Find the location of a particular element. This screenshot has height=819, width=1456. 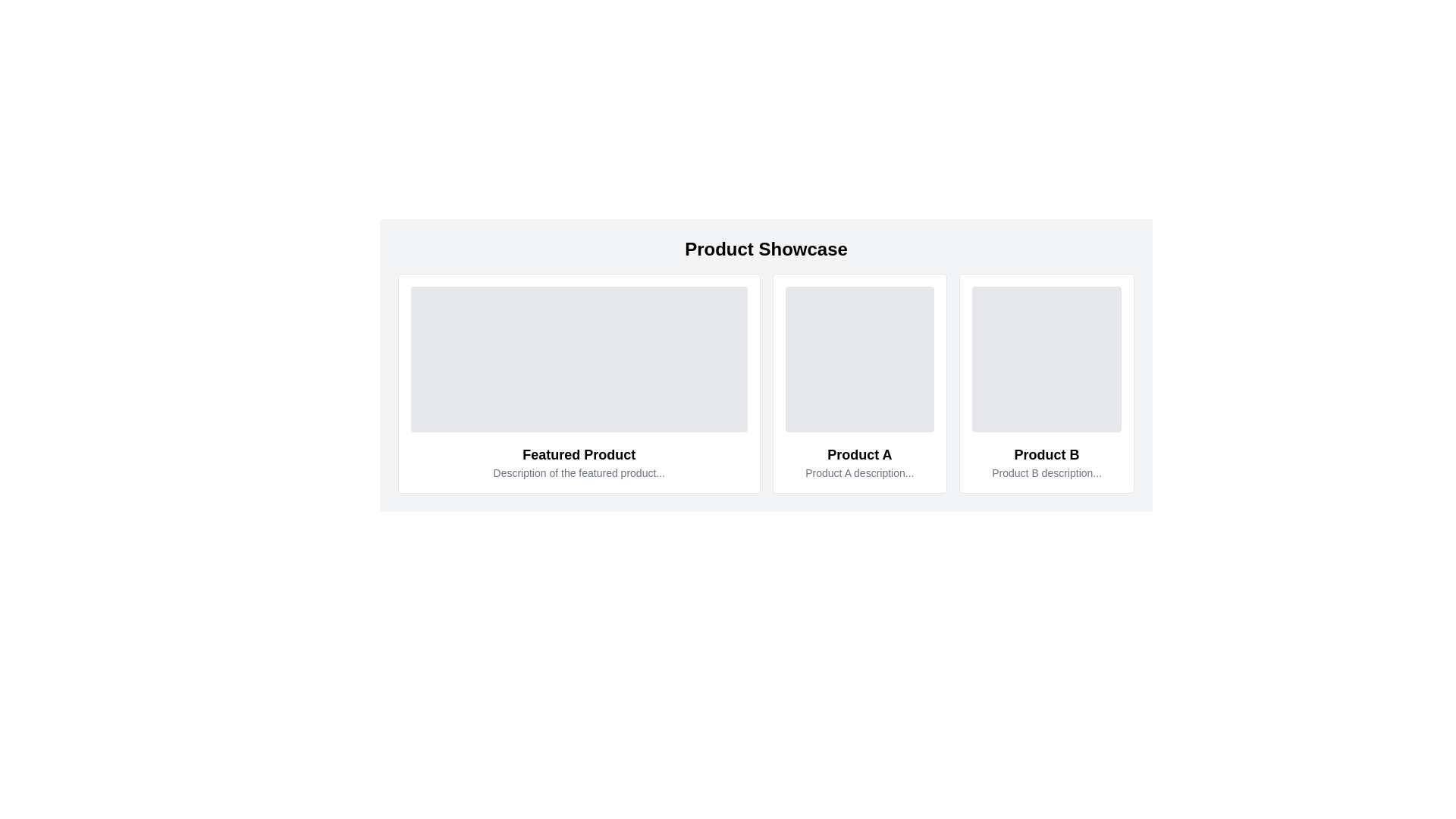

the informational text element that provides context about 'Product A', located within the card-style component beneath its title is located at coordinates (859, 472).